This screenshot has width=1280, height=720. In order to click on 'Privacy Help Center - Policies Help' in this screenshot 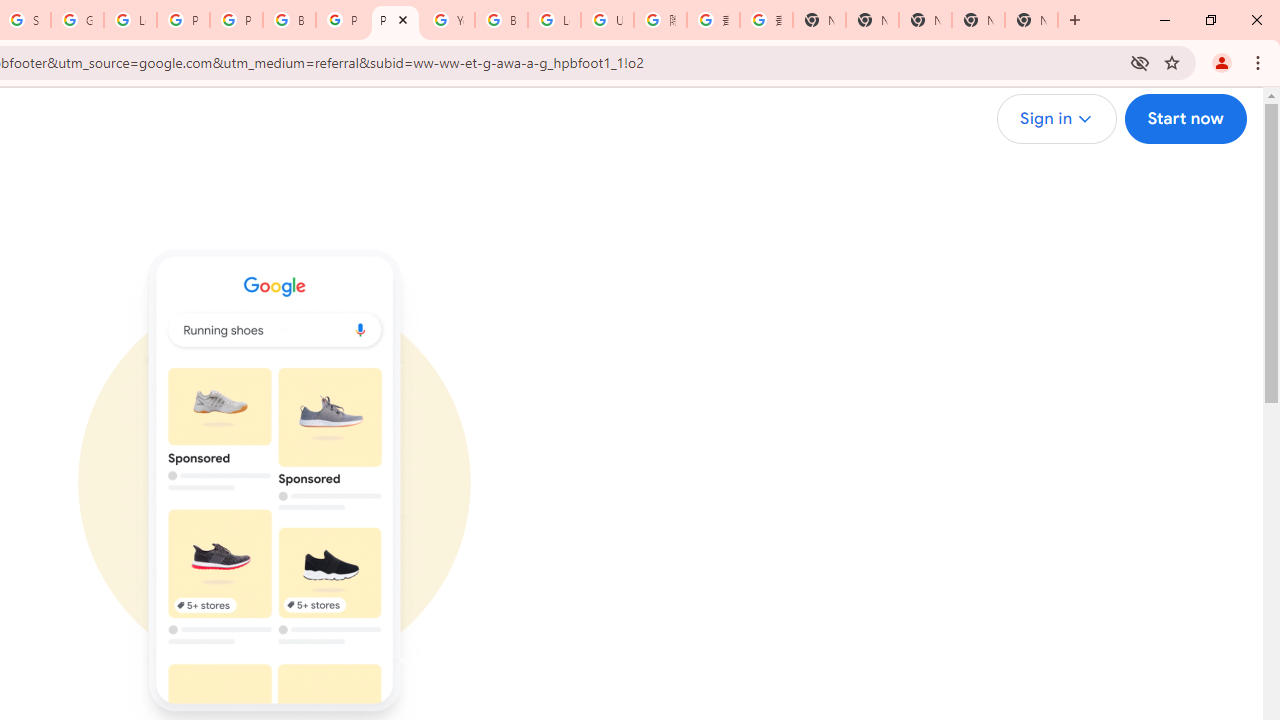, I will do `click(236, 20)`.